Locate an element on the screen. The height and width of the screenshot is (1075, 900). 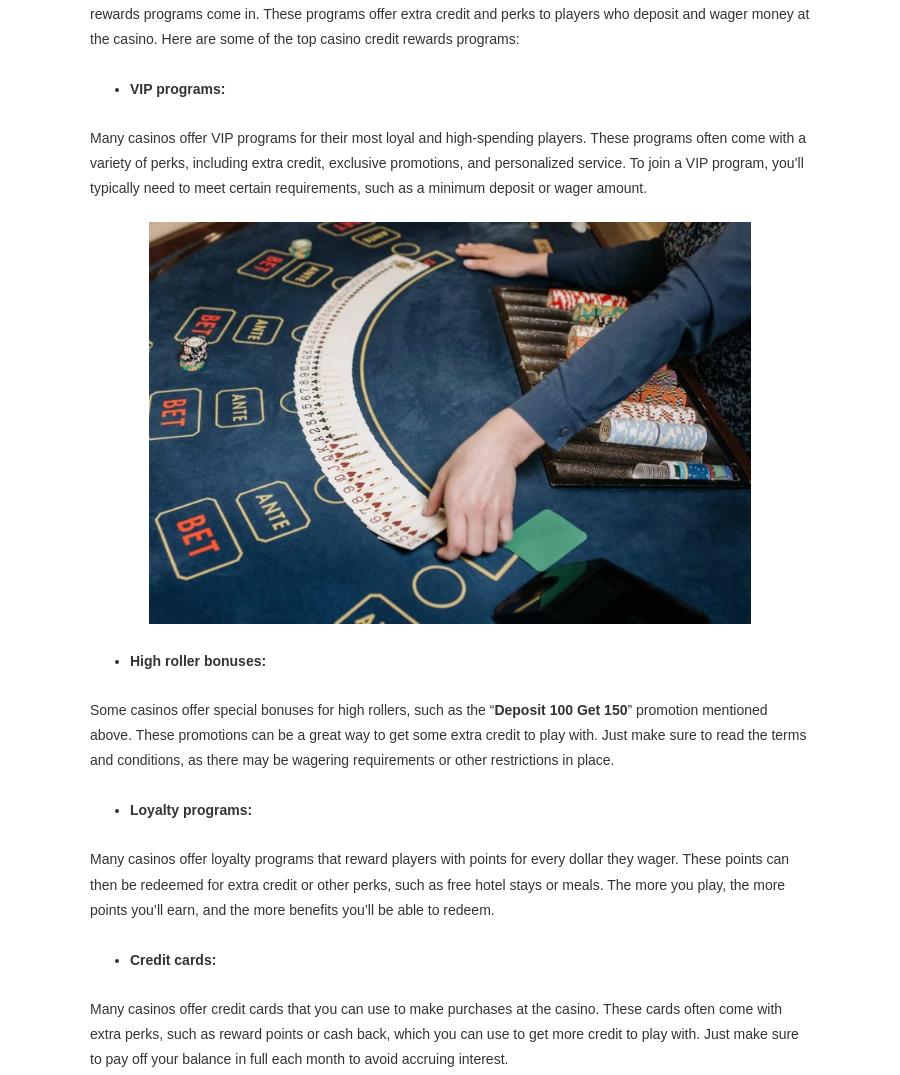
'Many casinos offer loyalty programs that reward players with points for every dollar they wager. These points can then be redeemed for extra credit or other perks, such as free hotel stays or meals. The more you play, the more points you’ll earn, and the more benefits you’ll be able to redeem.' is located at coordinates (89, 882).